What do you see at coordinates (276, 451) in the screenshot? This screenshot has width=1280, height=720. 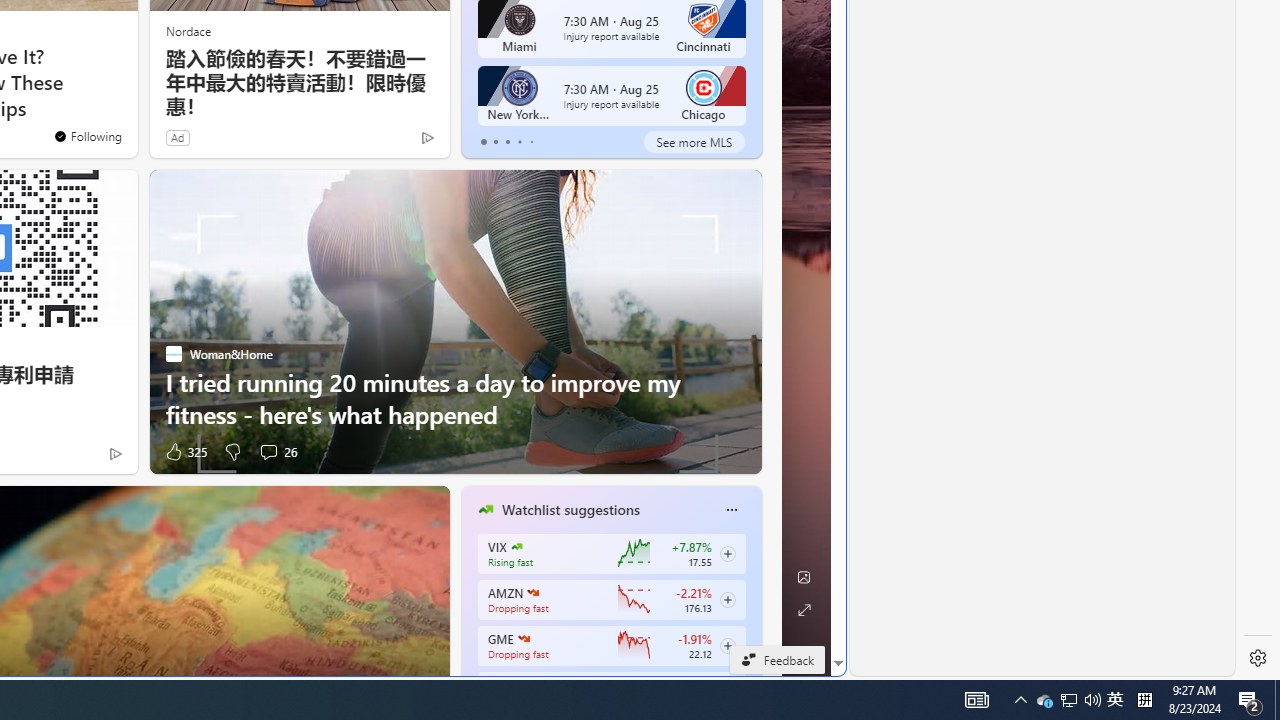 I see `'View comments 26 Comment'` at bounding box center [276, 451].